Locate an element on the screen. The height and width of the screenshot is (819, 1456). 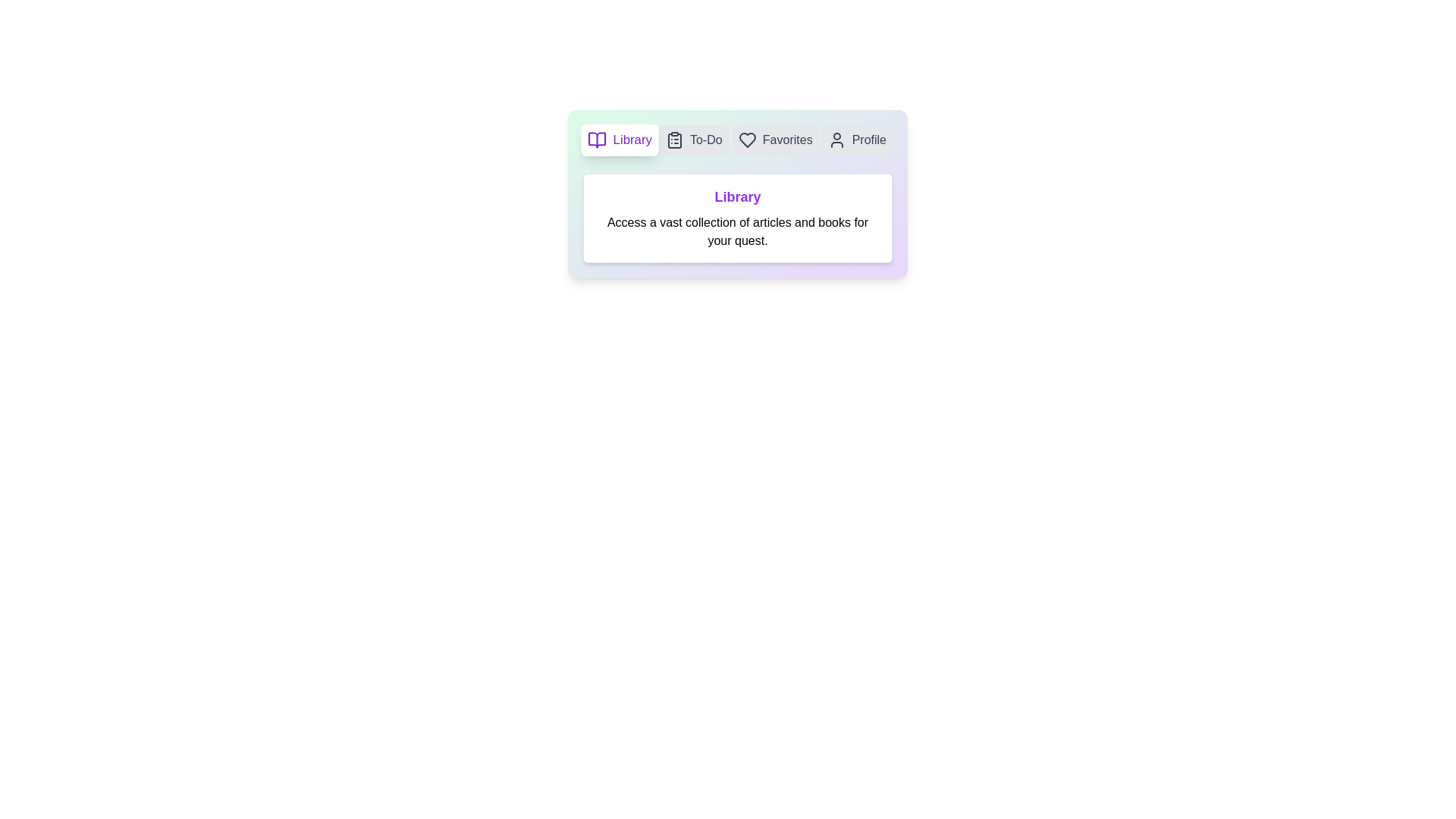
the tab labeled Library to preview its interactive state is located at coordinates (619, 140).